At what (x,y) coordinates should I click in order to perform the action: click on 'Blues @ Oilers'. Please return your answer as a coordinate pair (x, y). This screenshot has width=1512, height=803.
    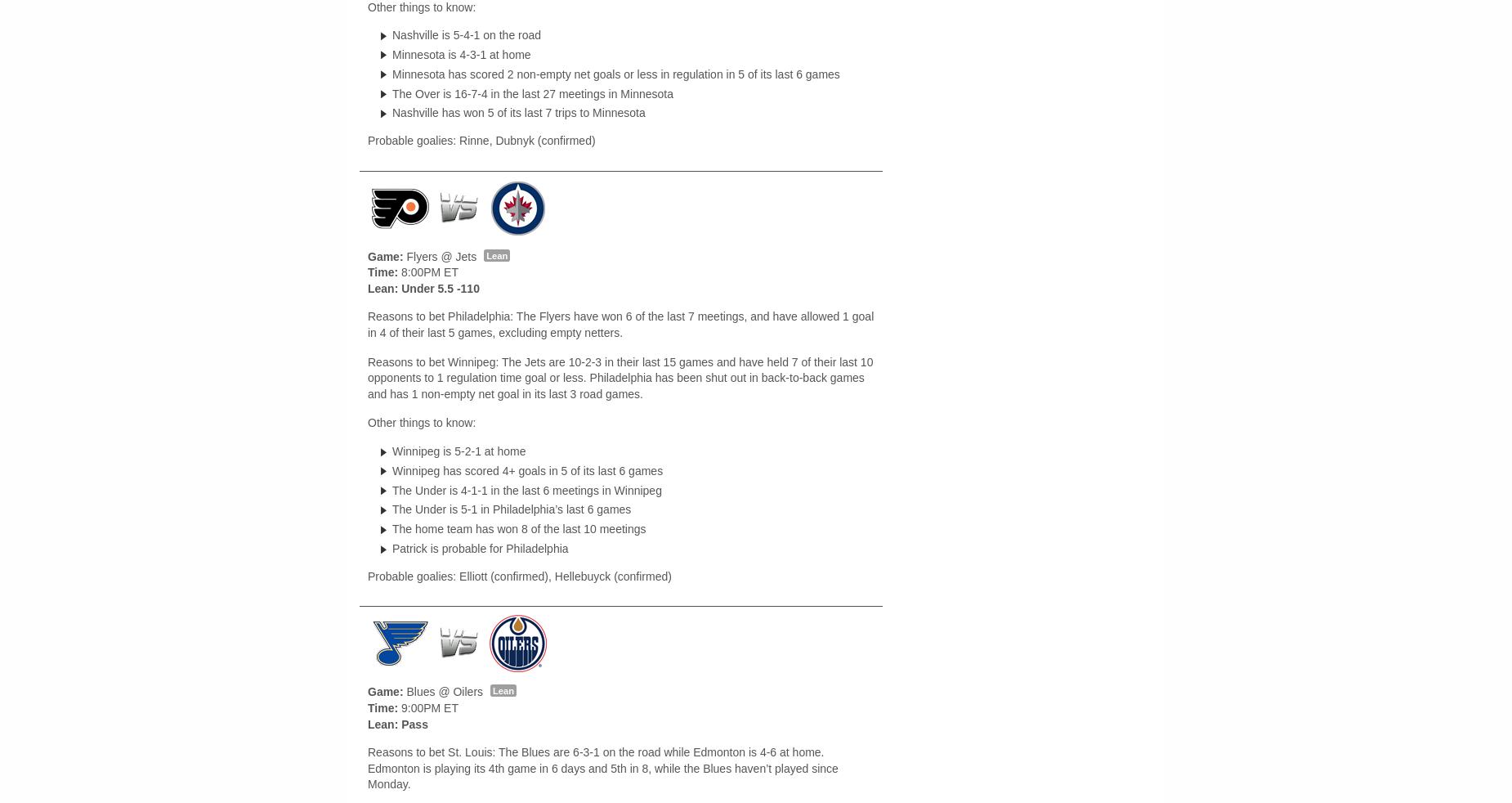
    Looking at the image, I should click on (444, 691).